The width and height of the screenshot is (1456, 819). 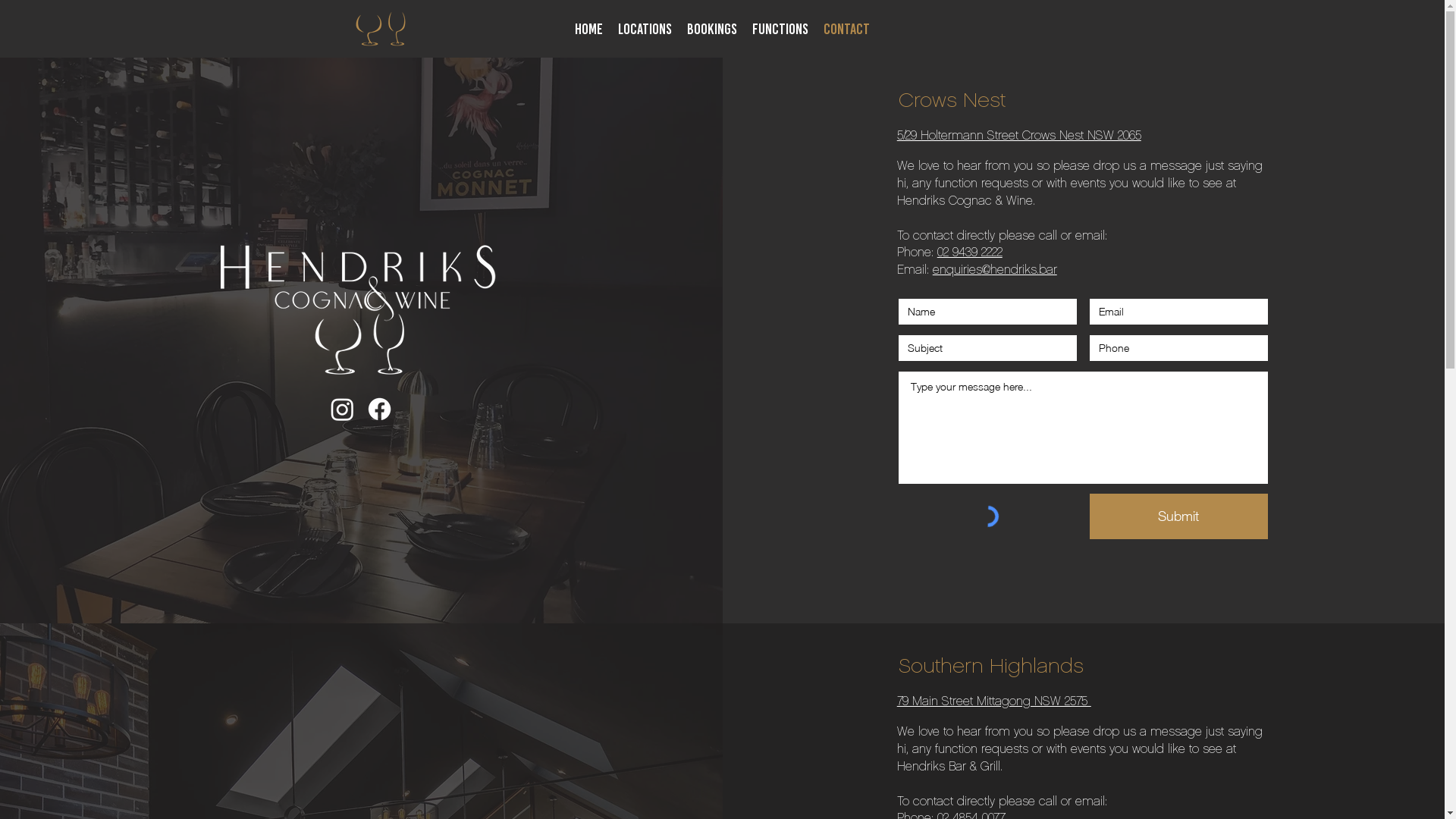 What do you see at coordinates (1019, 135) in the screenshot?
I see `'5/29 Holtermann Street Crows Nest NSW 2065'` at bounding box center [1019, 135].